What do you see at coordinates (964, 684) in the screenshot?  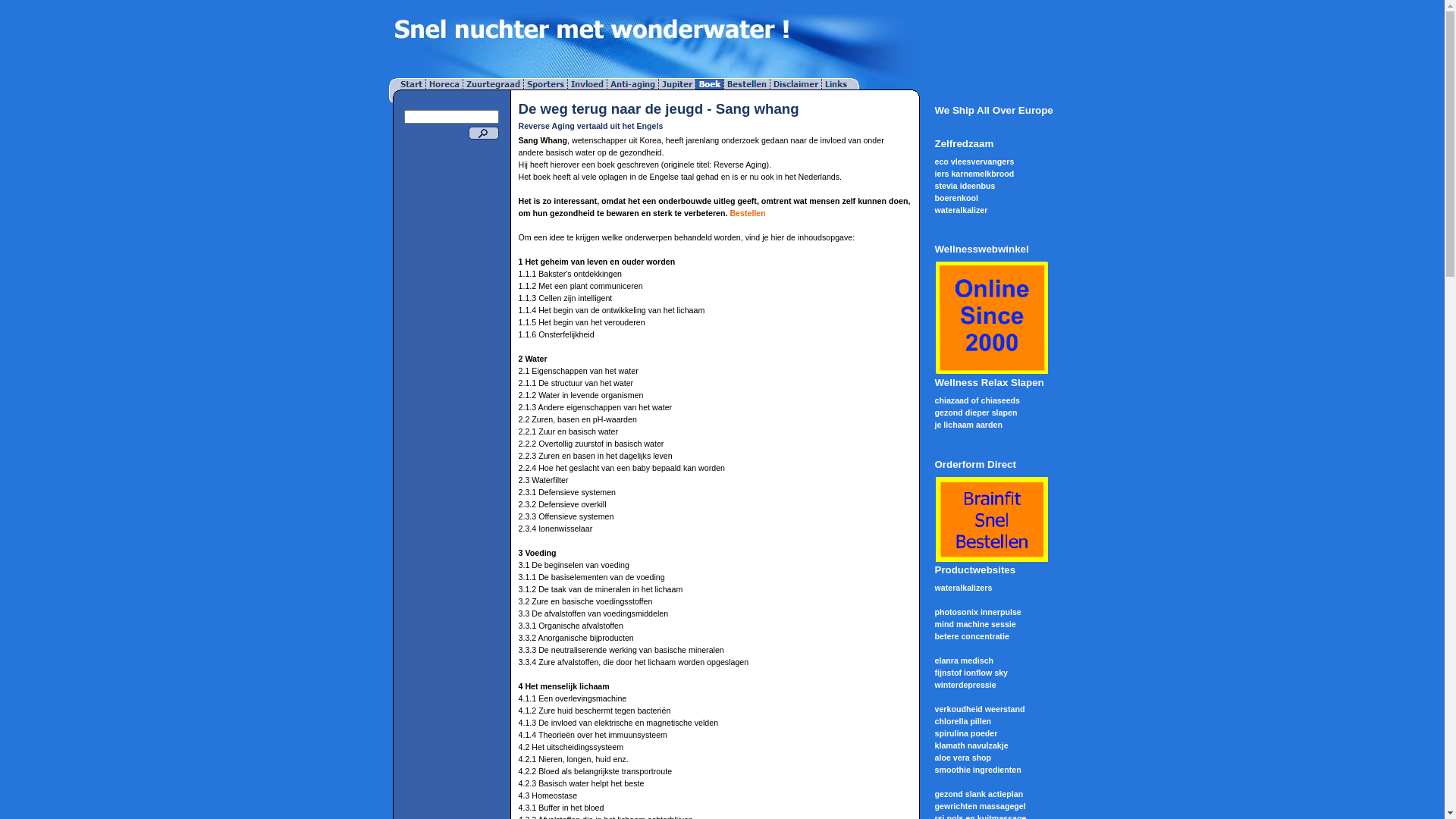 I see `'winterdepressie'` at bounding box center [964, 684].